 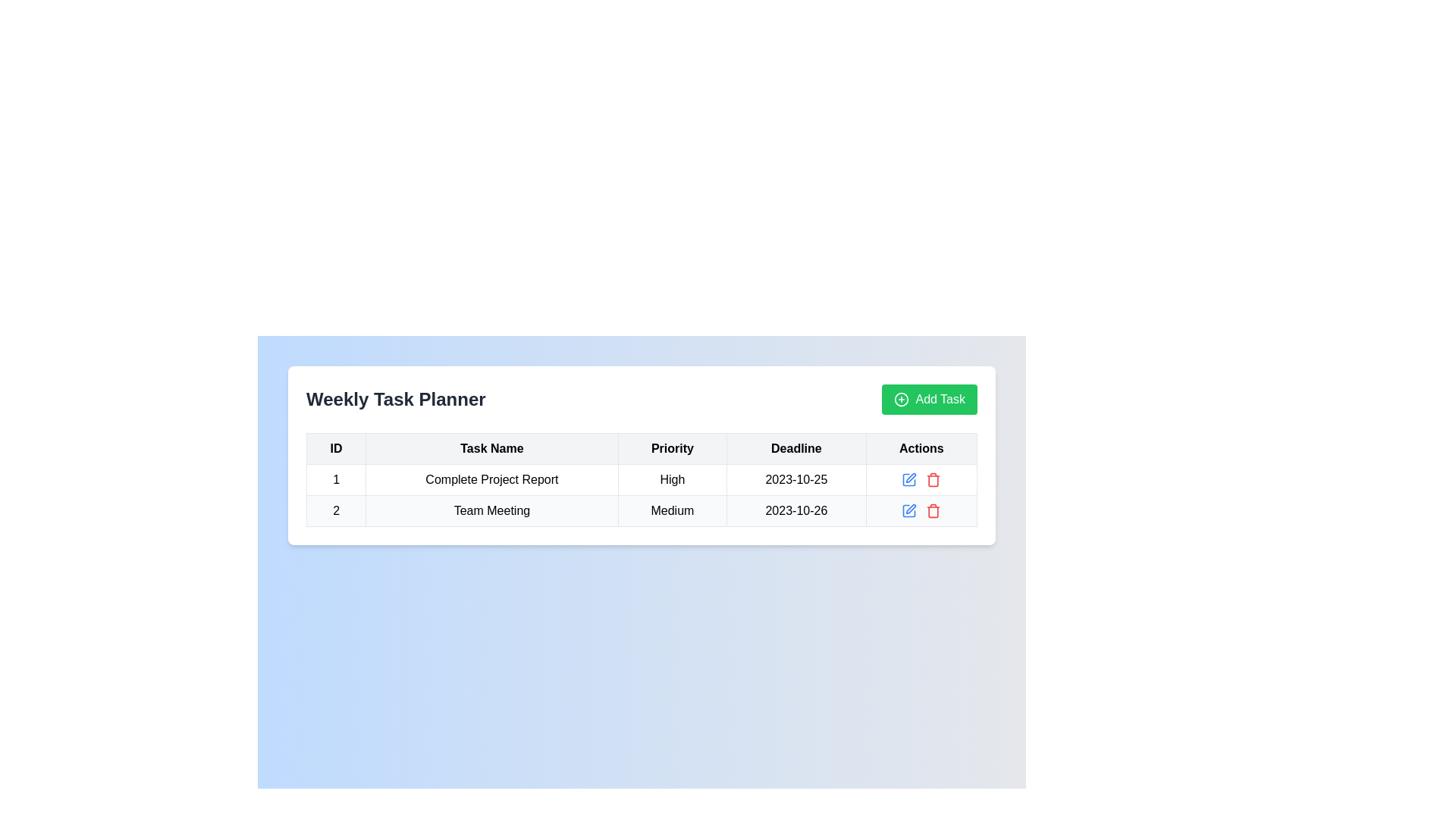 What do you see at coordinates (921, 511) in the screenshot?
I see `the edit icon in the Interactive control cell located in the last column of the row for the task 'Team Meeting' to modify the task` at bounding box center [921, 511].